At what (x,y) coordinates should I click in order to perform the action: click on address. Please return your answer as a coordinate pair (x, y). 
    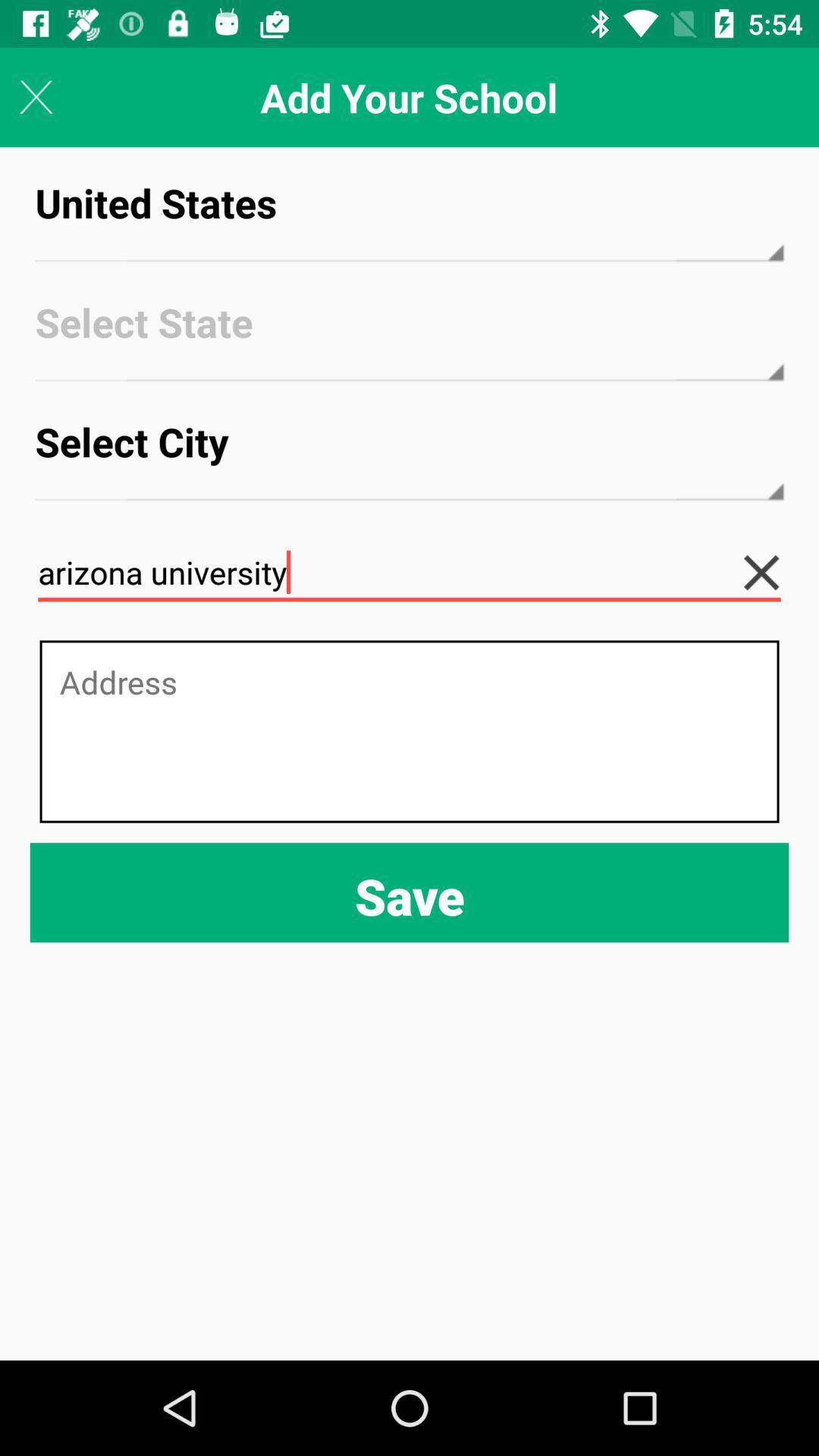
    Looking at the image, I should click on (409, 731).